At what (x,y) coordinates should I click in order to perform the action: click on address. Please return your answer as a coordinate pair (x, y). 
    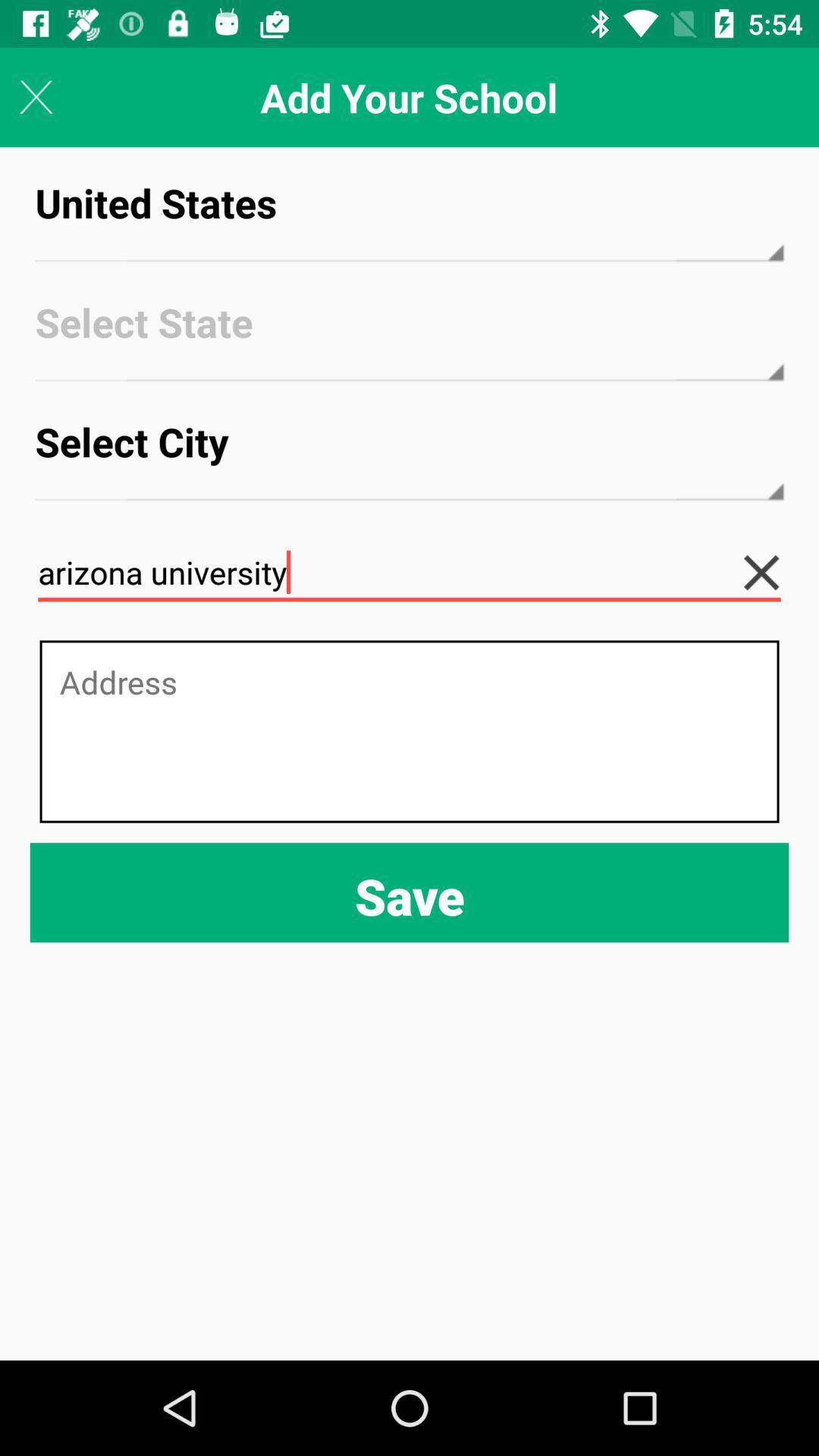
    Looking at the image, I should click on (409, 731).